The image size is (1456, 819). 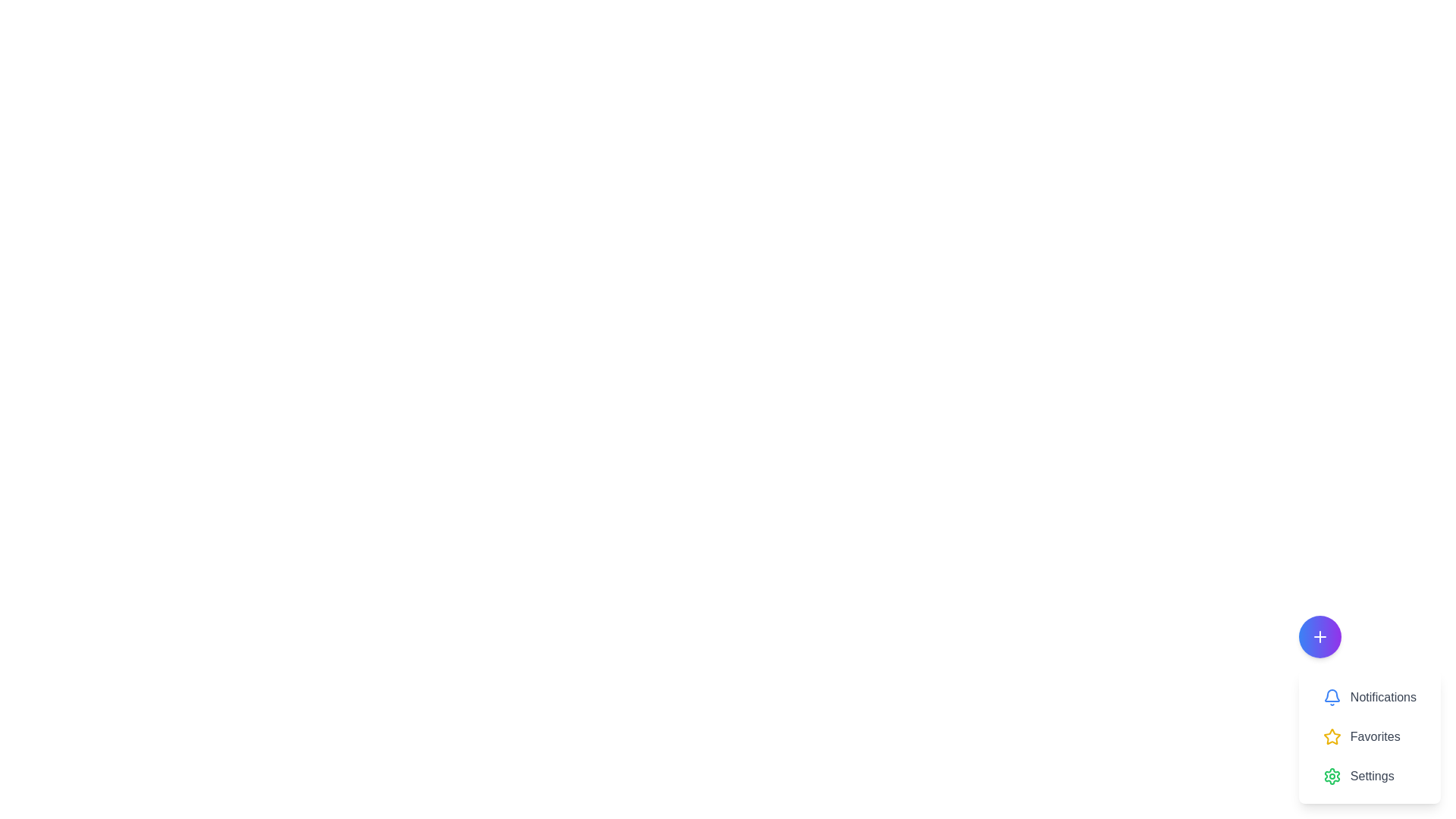 I want to click on descriptive text label for the 'Favorites' option located in the bottom-right area of the interface, positioned between the 'Notifications' and 'Settings' icons, so click(x=1375, y=736).